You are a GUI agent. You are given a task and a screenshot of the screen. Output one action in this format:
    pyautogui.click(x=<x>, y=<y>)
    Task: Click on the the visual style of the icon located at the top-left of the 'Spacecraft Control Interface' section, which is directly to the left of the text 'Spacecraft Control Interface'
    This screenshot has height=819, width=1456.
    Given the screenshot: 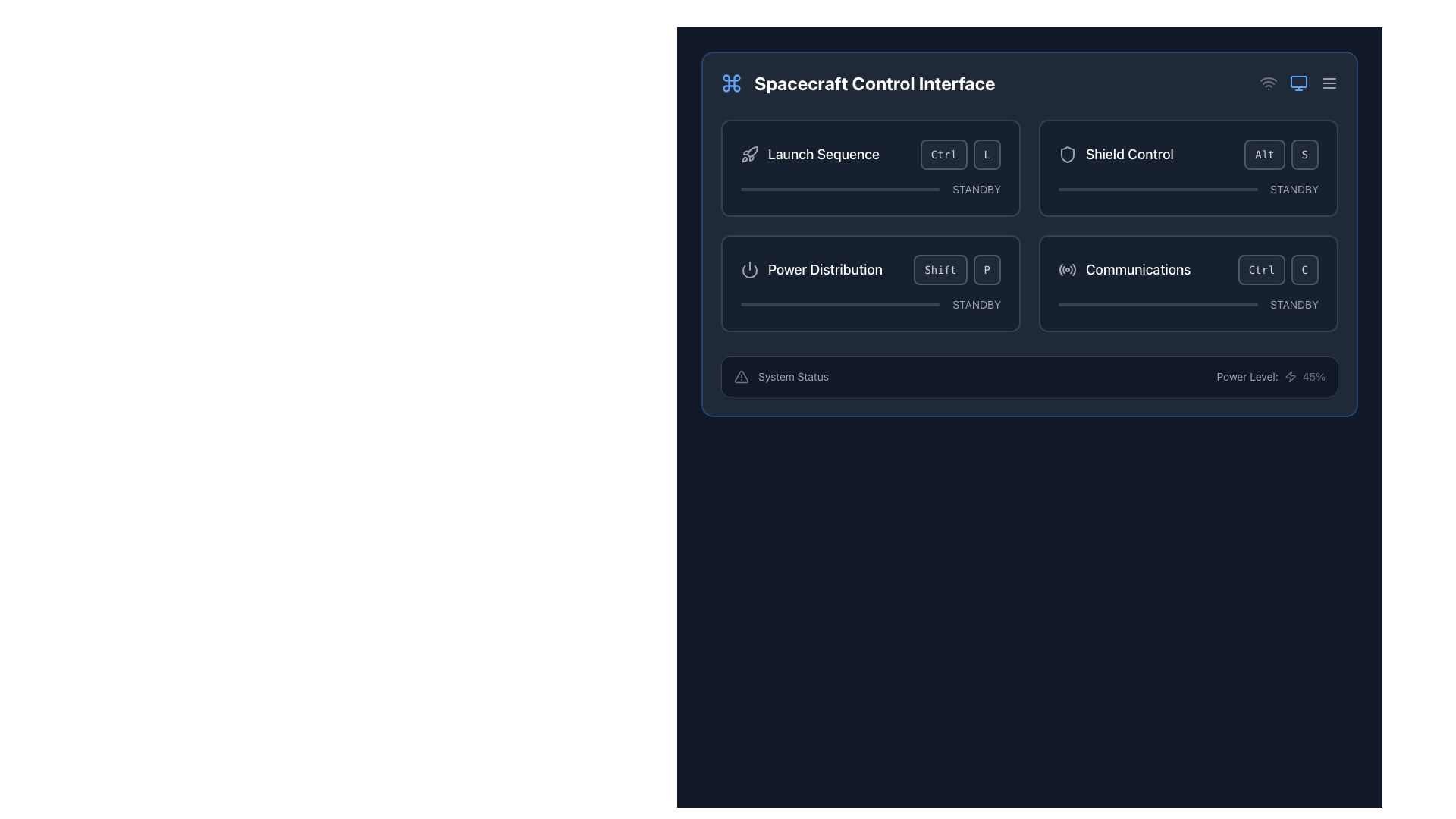 What is the action you would take?
    pyautogui.click(x=731, y=83)
    